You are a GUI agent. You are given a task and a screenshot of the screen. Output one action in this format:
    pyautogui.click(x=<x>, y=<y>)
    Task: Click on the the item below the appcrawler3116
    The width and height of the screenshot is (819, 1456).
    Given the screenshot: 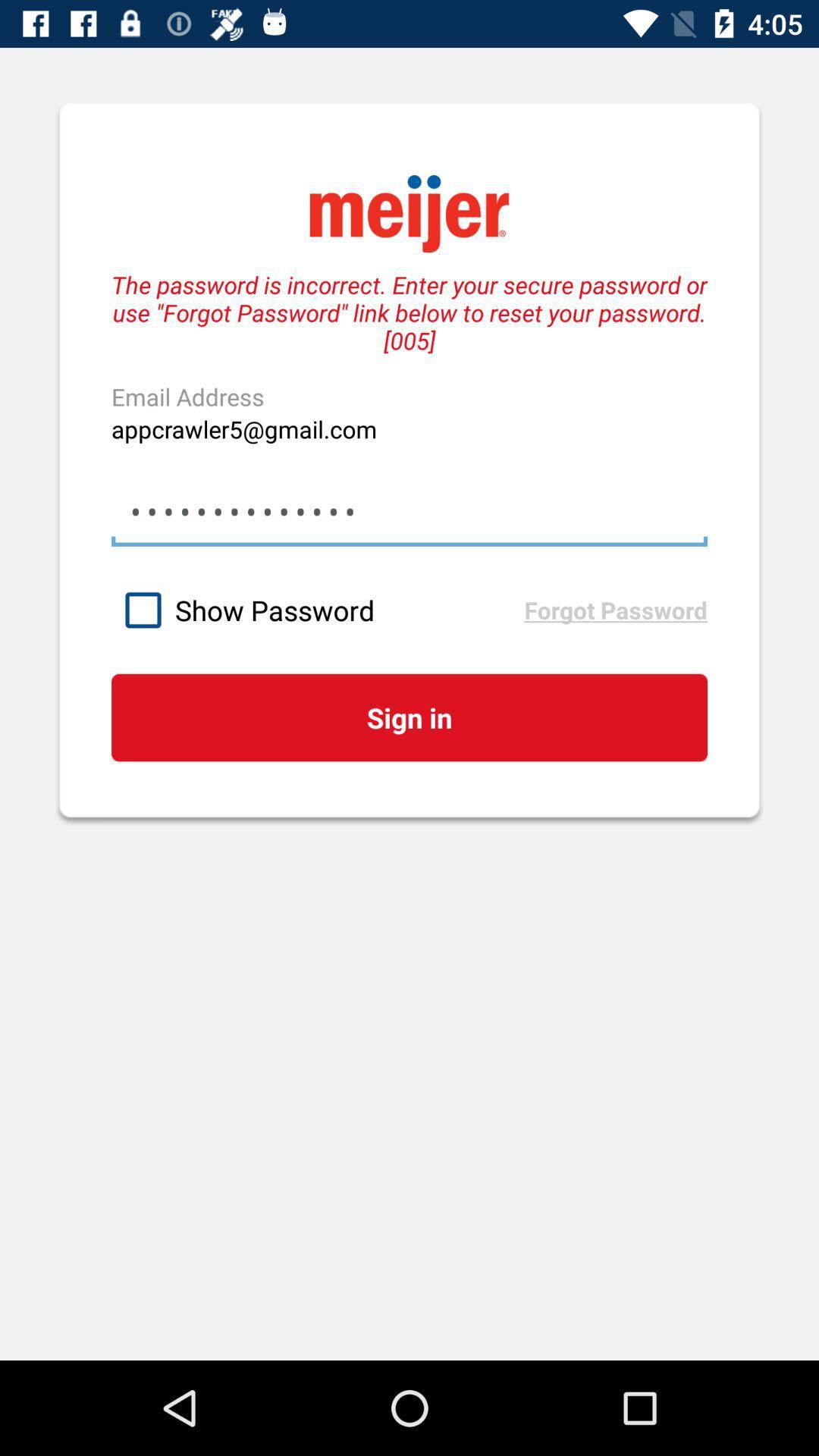 What is the action you would take?
    pyautogui.click(x=317, y=610)
    